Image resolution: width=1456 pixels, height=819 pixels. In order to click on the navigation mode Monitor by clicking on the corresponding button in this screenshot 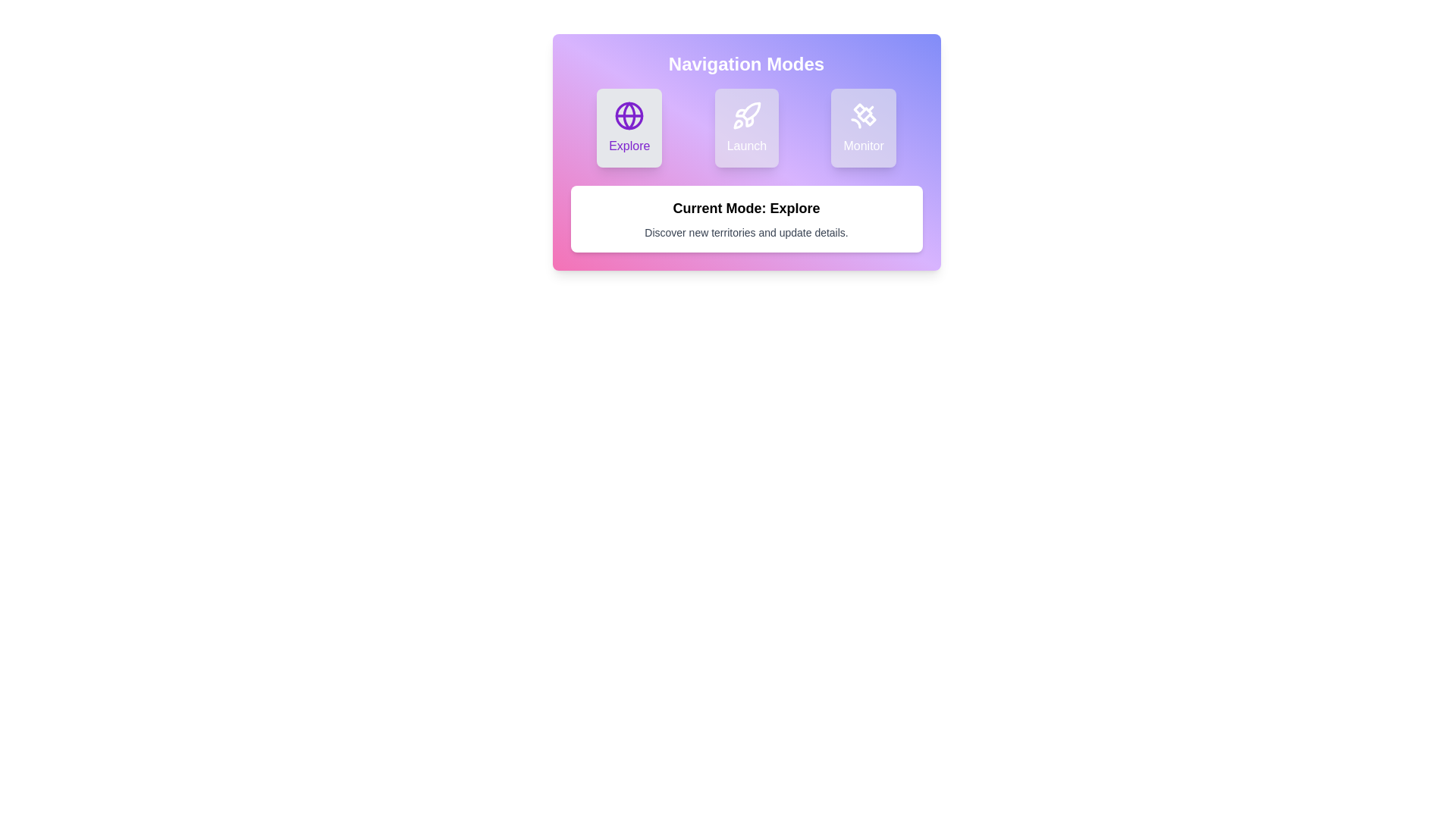, I will do `click(864, 127)`.